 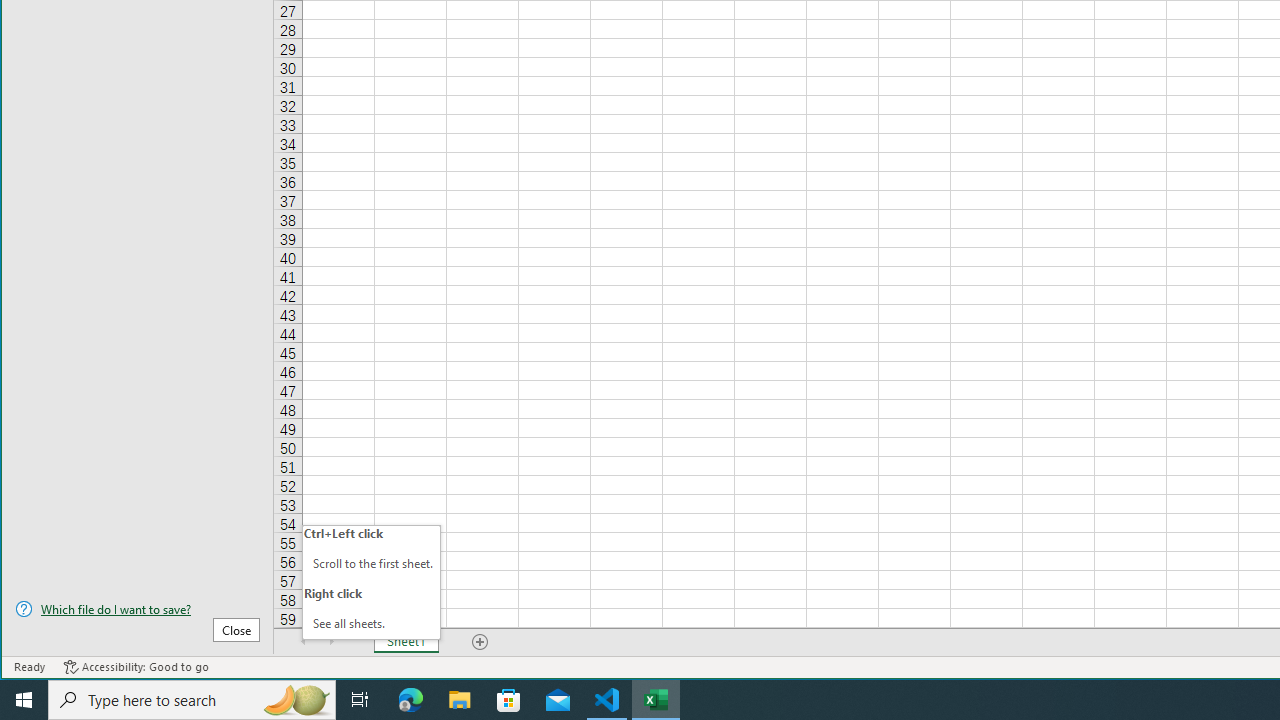 What do you see at coordinates (405, 641) in the screenshot?
I see `'Sheet1'` at bounding box center [405, 641].